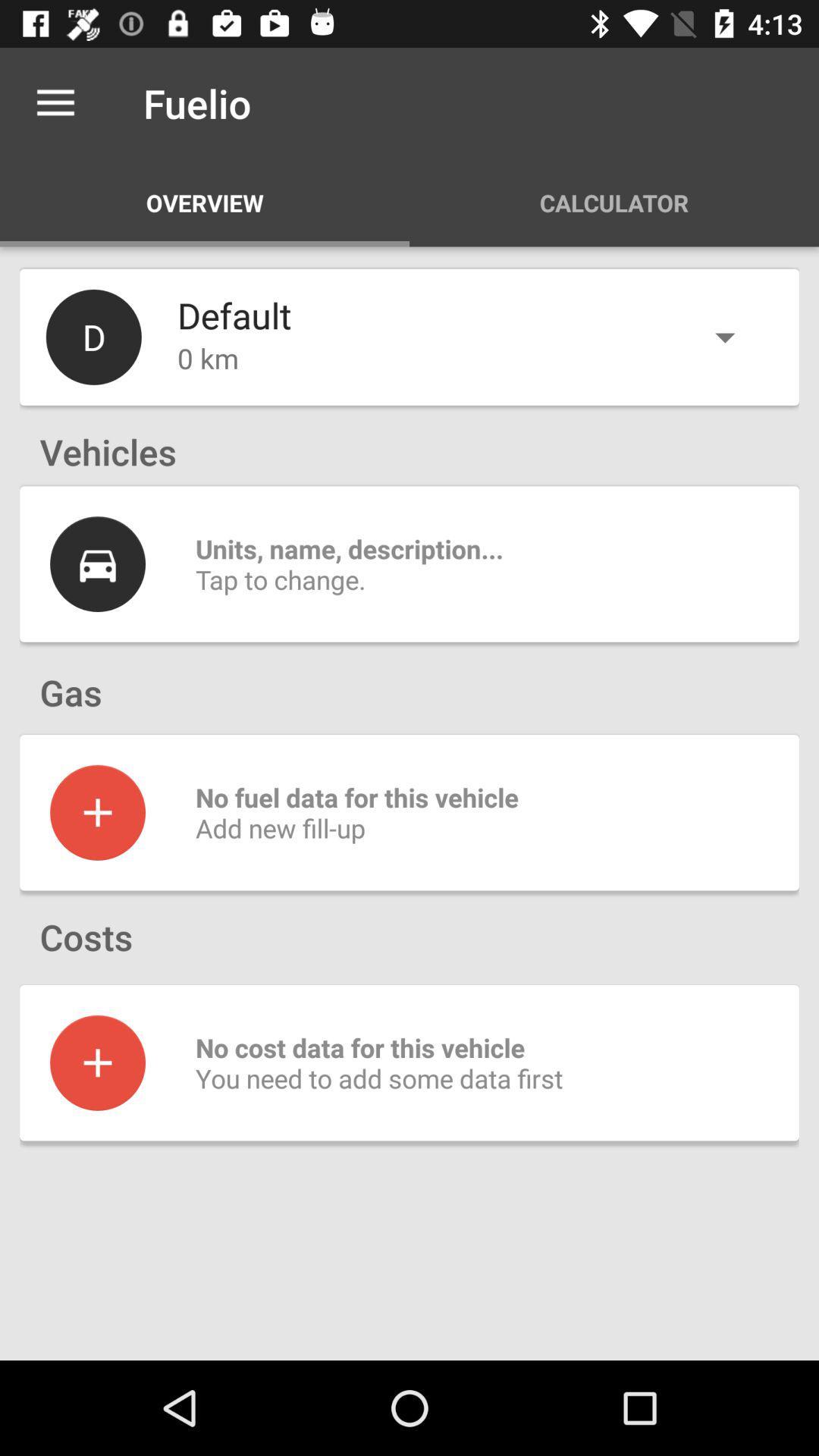 This screenshot has width=819, height=1456. What do you see at coordinates (97, 811) in the screenshot?
I see `to go screenshot` at bounding box center [97, 811].